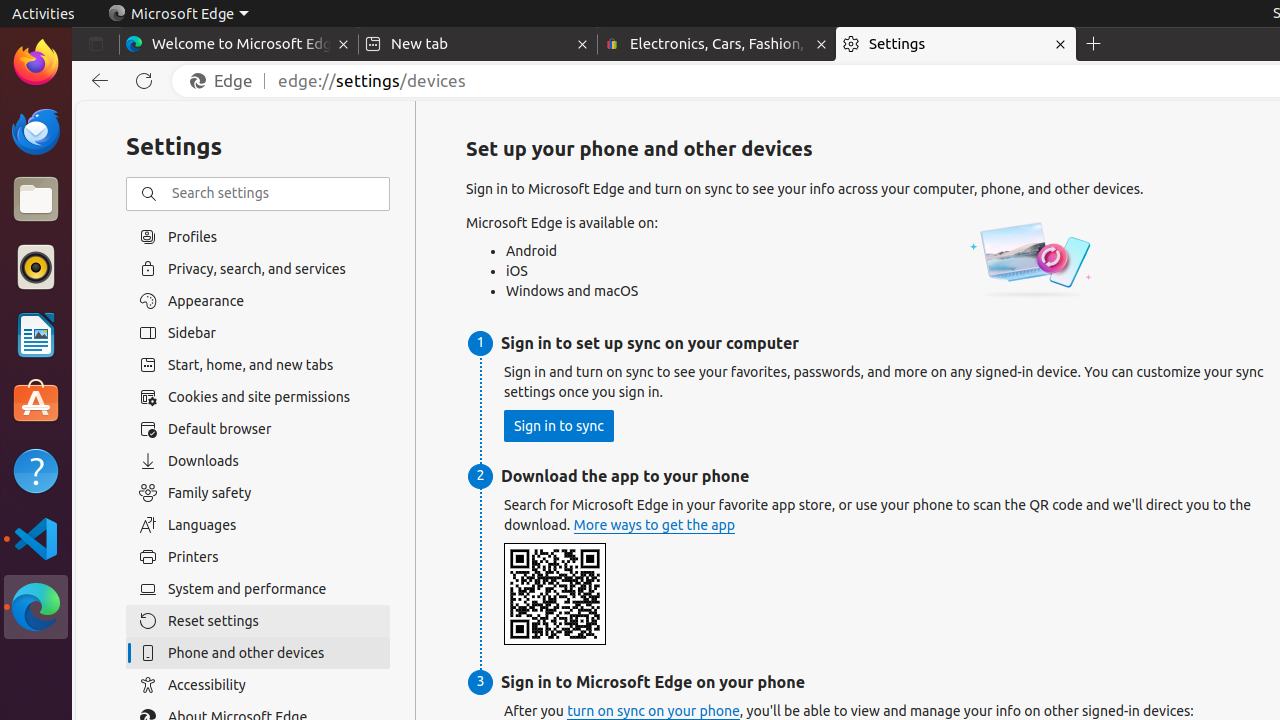 The width and height of the screenshot is (1280, 720). I want to click on 'Rhythmbox', so click(35, 265).